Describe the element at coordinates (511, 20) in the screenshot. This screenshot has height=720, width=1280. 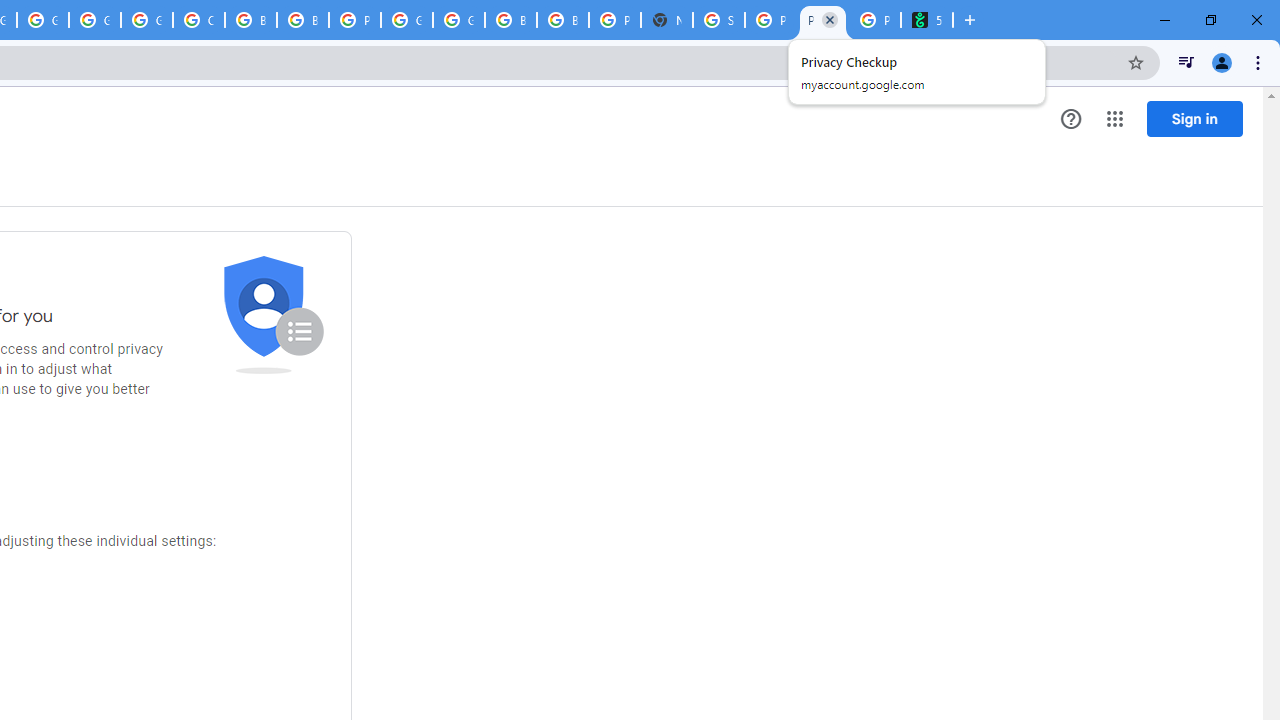
I see `'Browse Chrome as a guest - Computer - Google Chrome Help'` at that location.